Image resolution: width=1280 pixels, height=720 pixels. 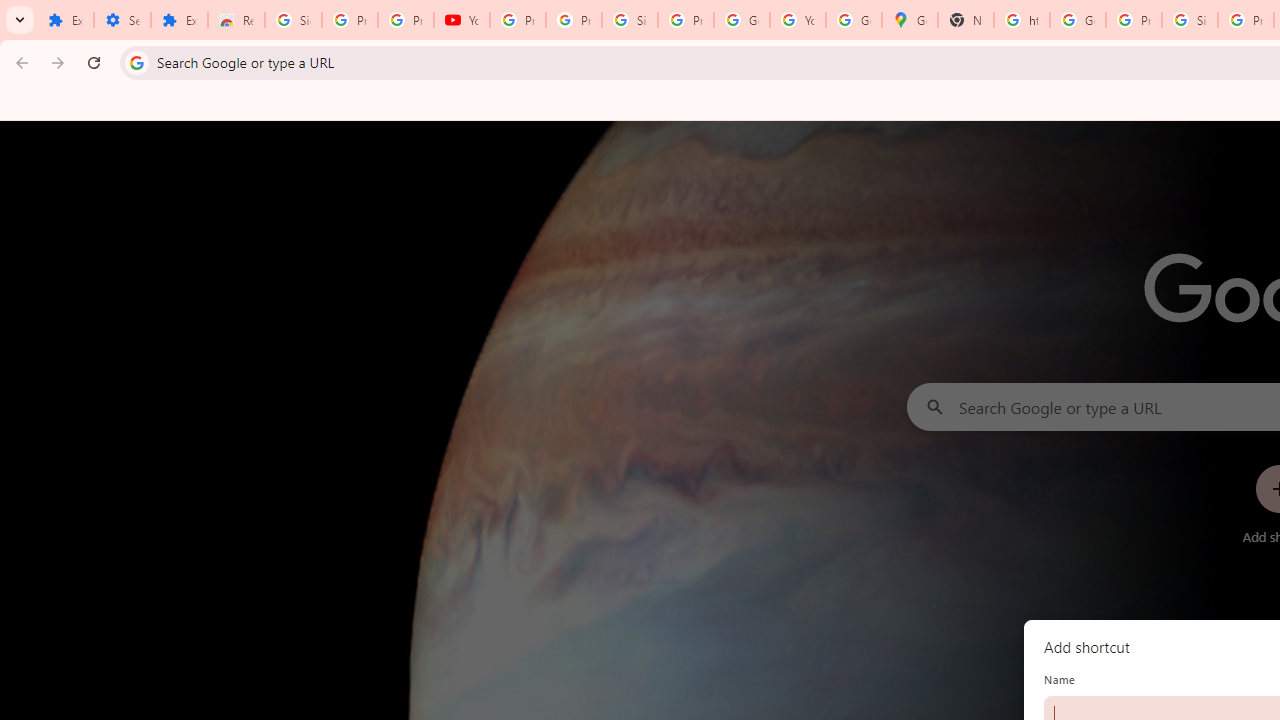 What do you see at coordinates (909, 20) in the screenshot?
I see `'Google Maps'` at bounding box center [909, 20].